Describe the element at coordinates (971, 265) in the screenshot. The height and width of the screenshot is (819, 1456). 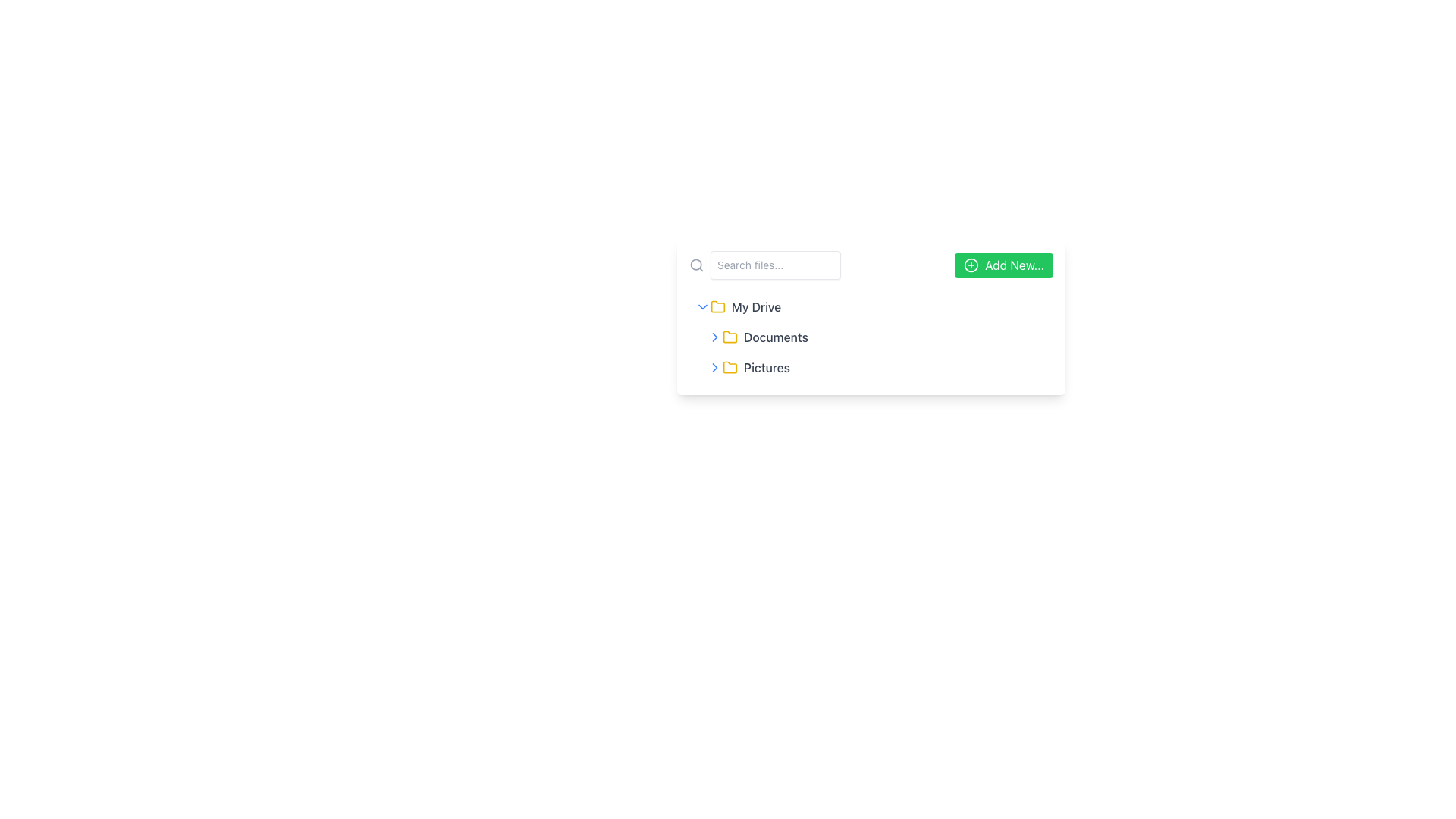
I see `the circular '+' icon with a green border located to the left of the text 'Add New...' to initiate an addition action` at that location.